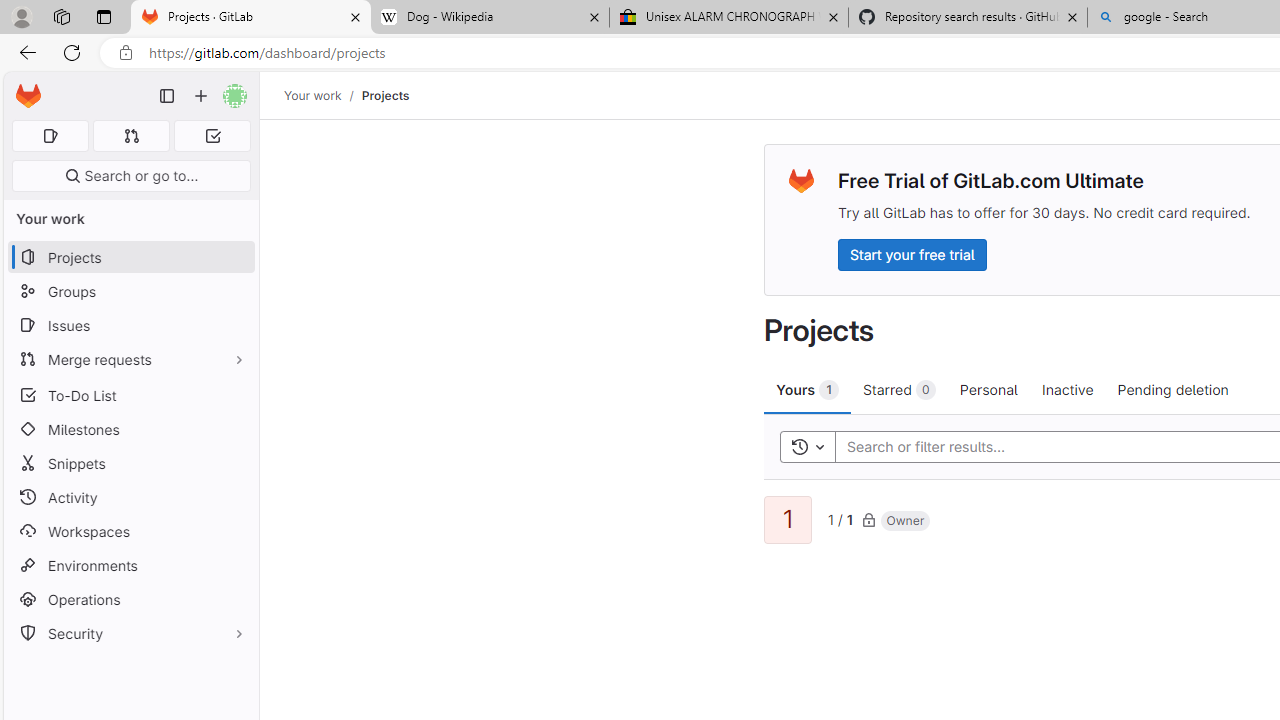 The width and height of the screenshot is (1280, 720). Describe the element at coordinates (130, 428) in the screenshot. I see `'Milestones'` at that location.